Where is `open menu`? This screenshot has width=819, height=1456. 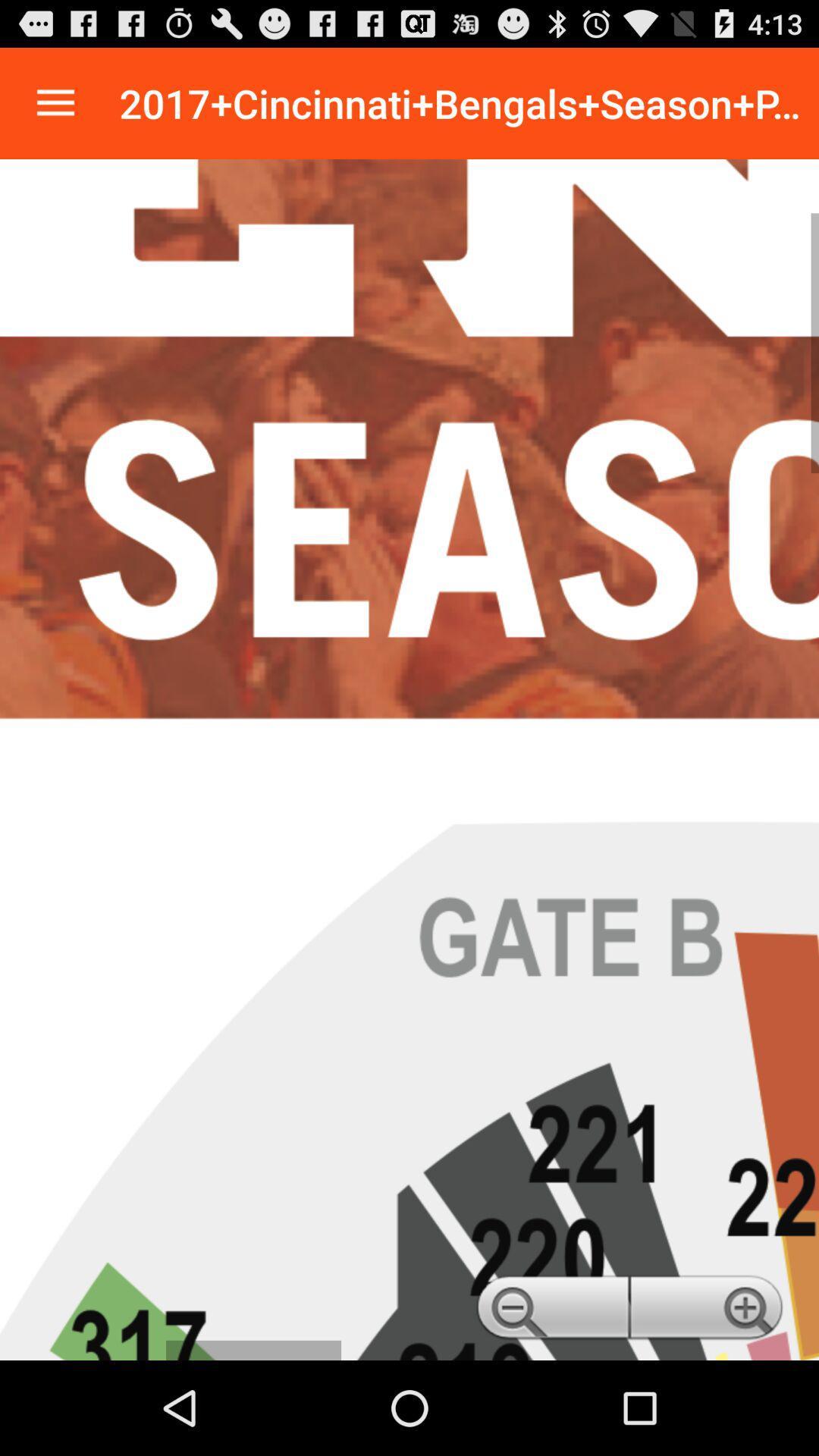
open menu is located at coordinates (55, 102).